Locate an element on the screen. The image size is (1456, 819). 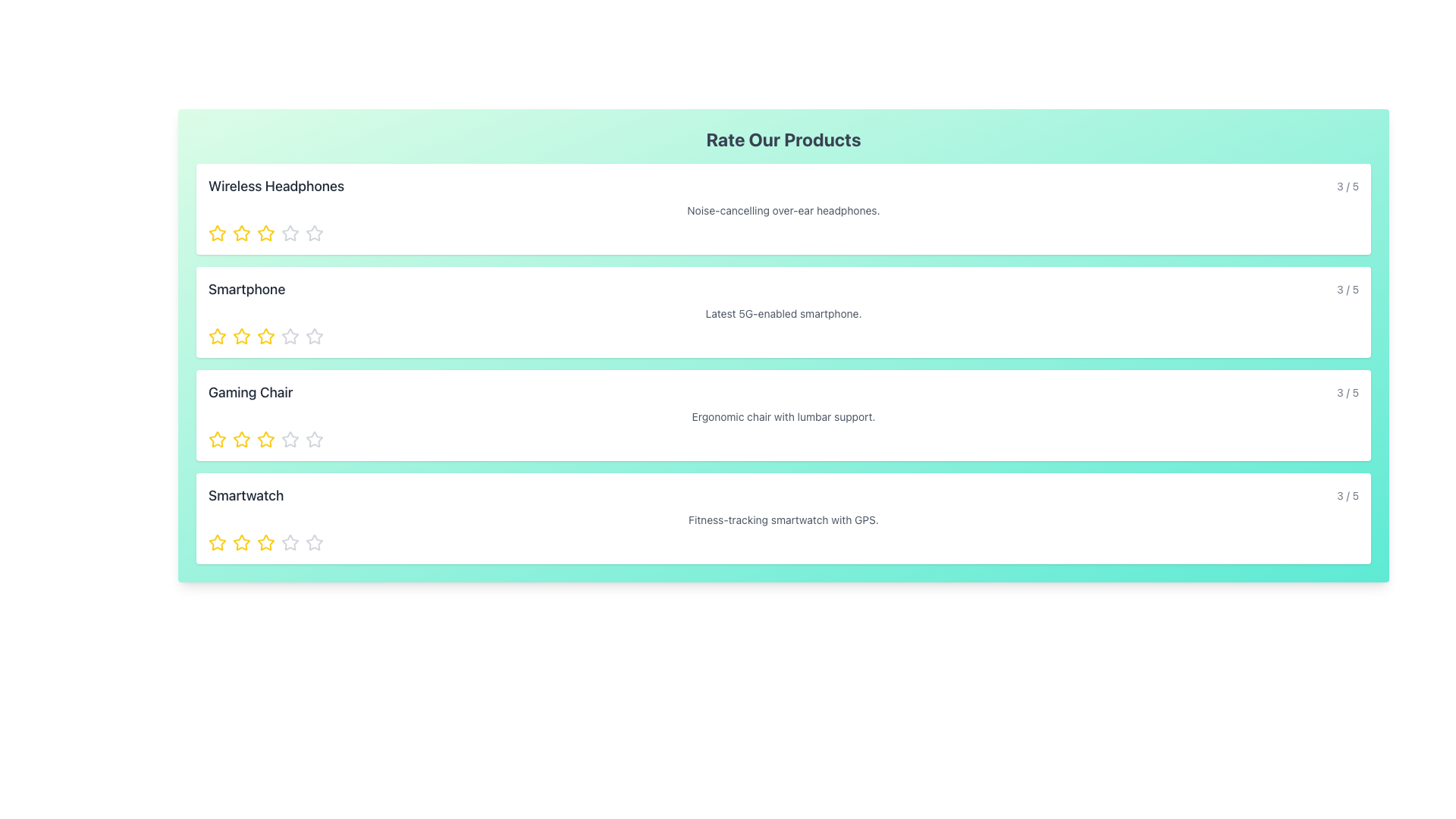
the fourth star icon is located at coordinates (290, 439).